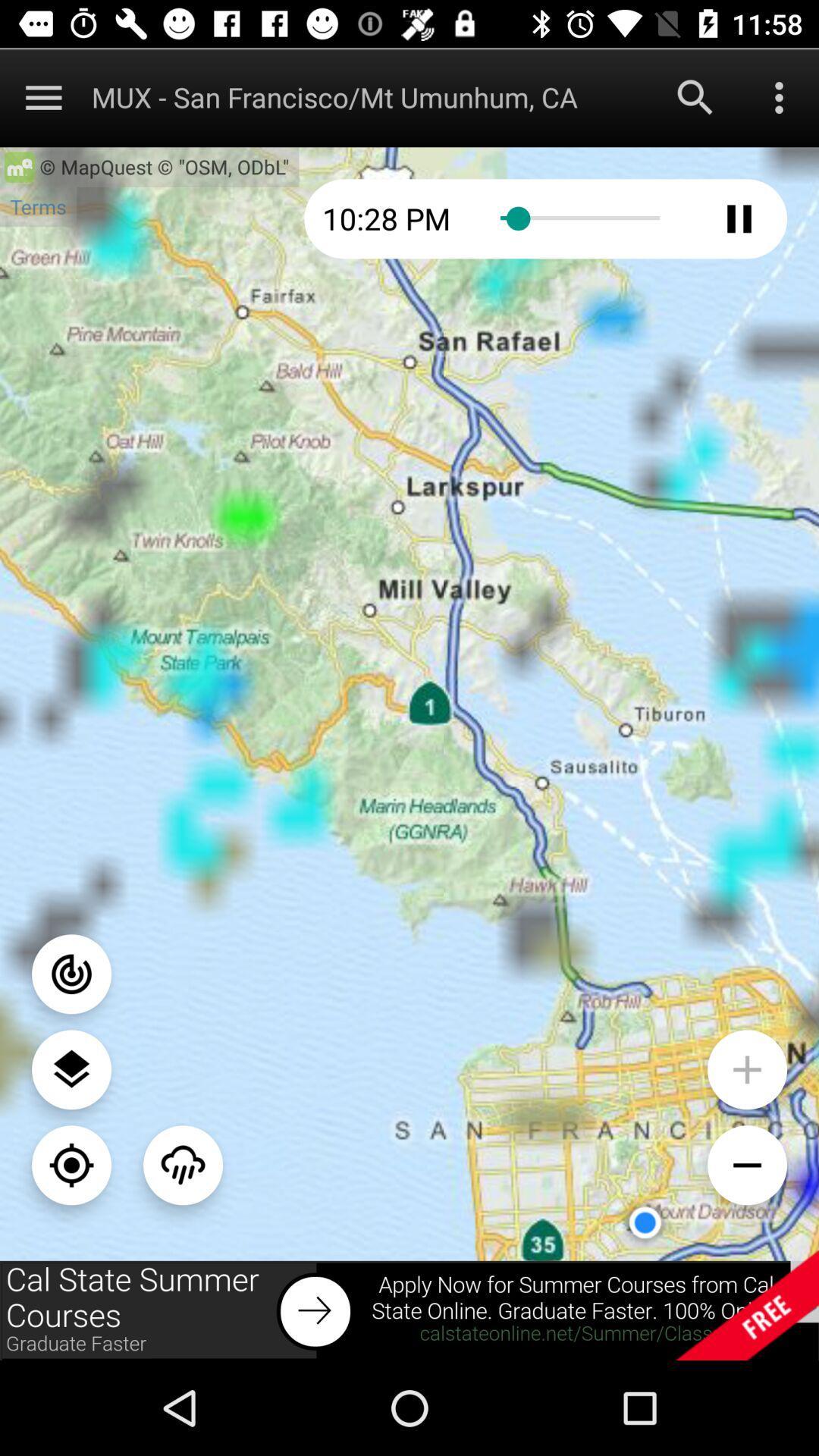 The image size is (819, 1456). I want to click on view advertisement, so click(409, 1310).